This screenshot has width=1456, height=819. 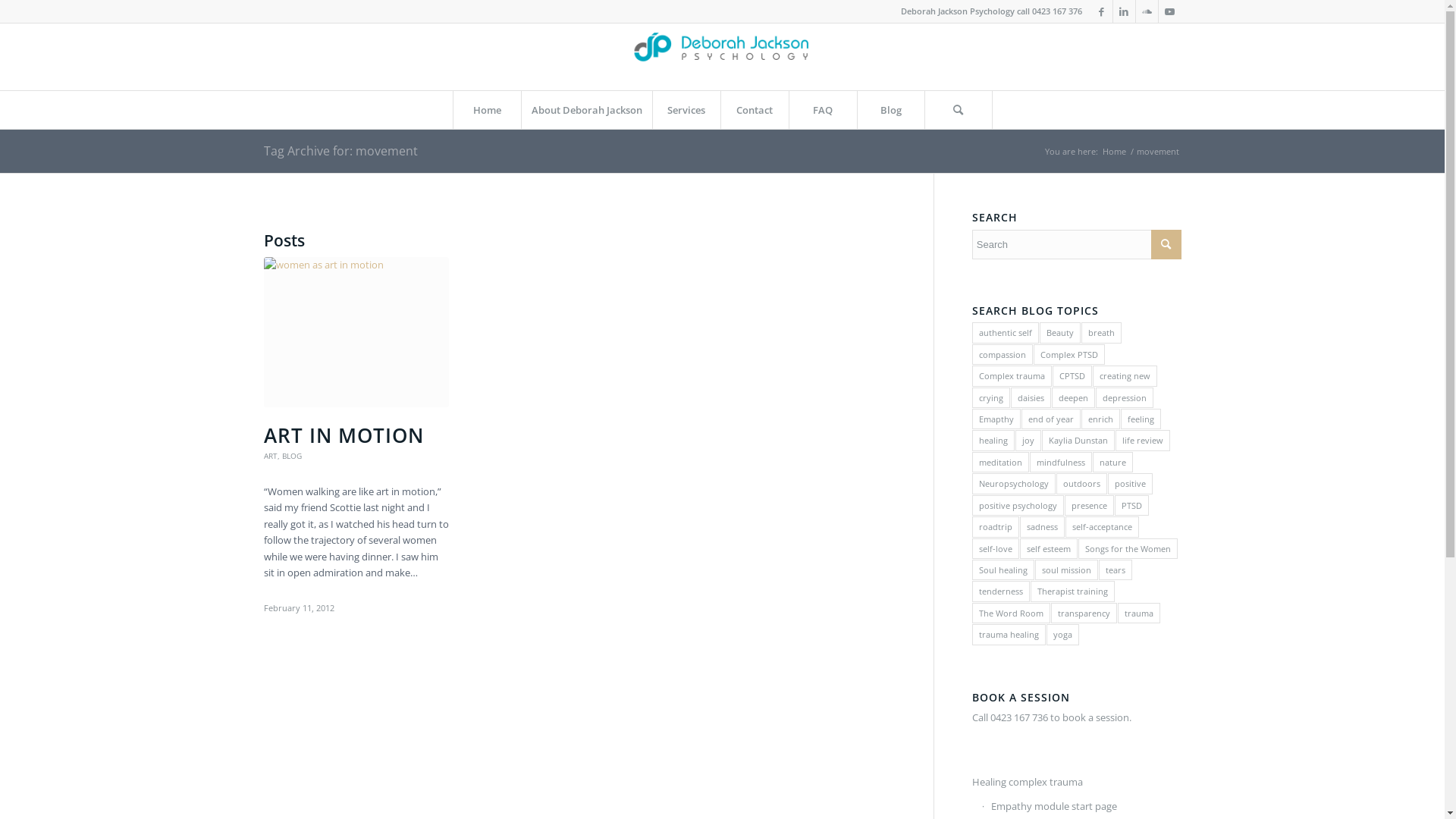 I want to click on 'healing', so click(x=993, y=440).